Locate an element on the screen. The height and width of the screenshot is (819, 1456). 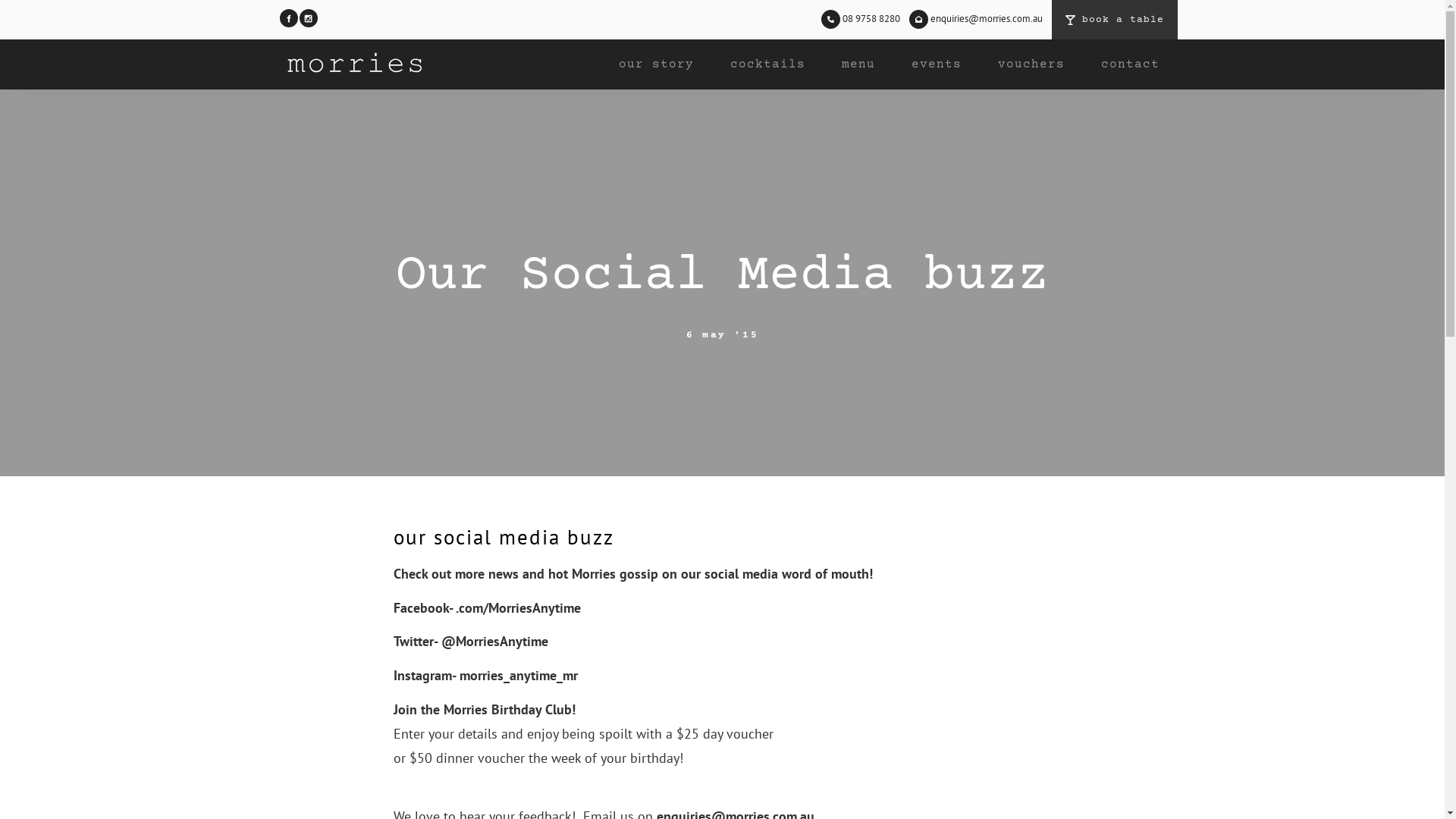
'Join the Morries Birthday Club!' is located at coordinates (483, 709).